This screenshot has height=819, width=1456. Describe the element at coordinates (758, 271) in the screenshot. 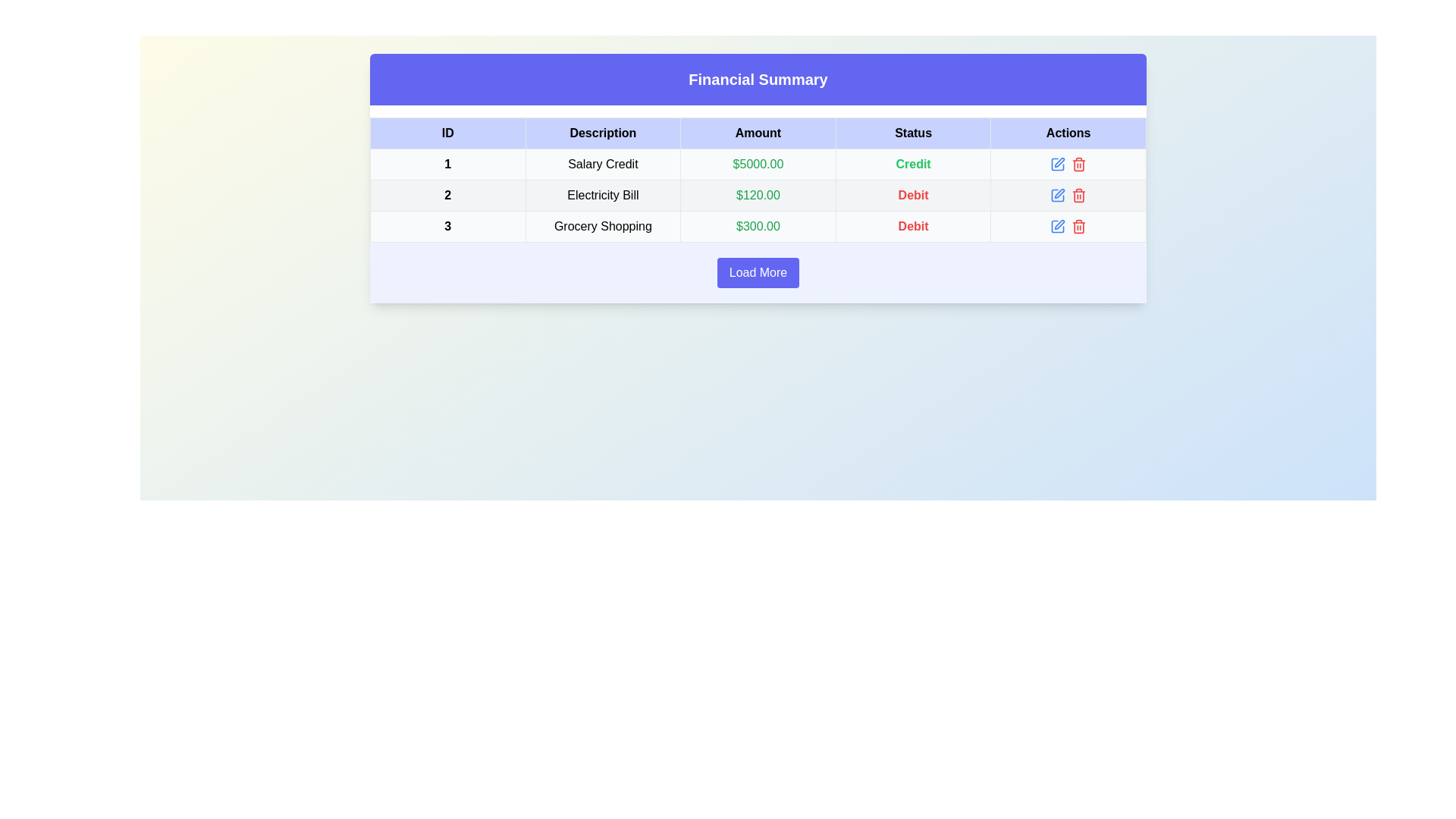

I see `the 'Load More' button, which is a rectangular button with a purple background and white text, located at the bottom-center of the 'Financial Summary' section` at that location.